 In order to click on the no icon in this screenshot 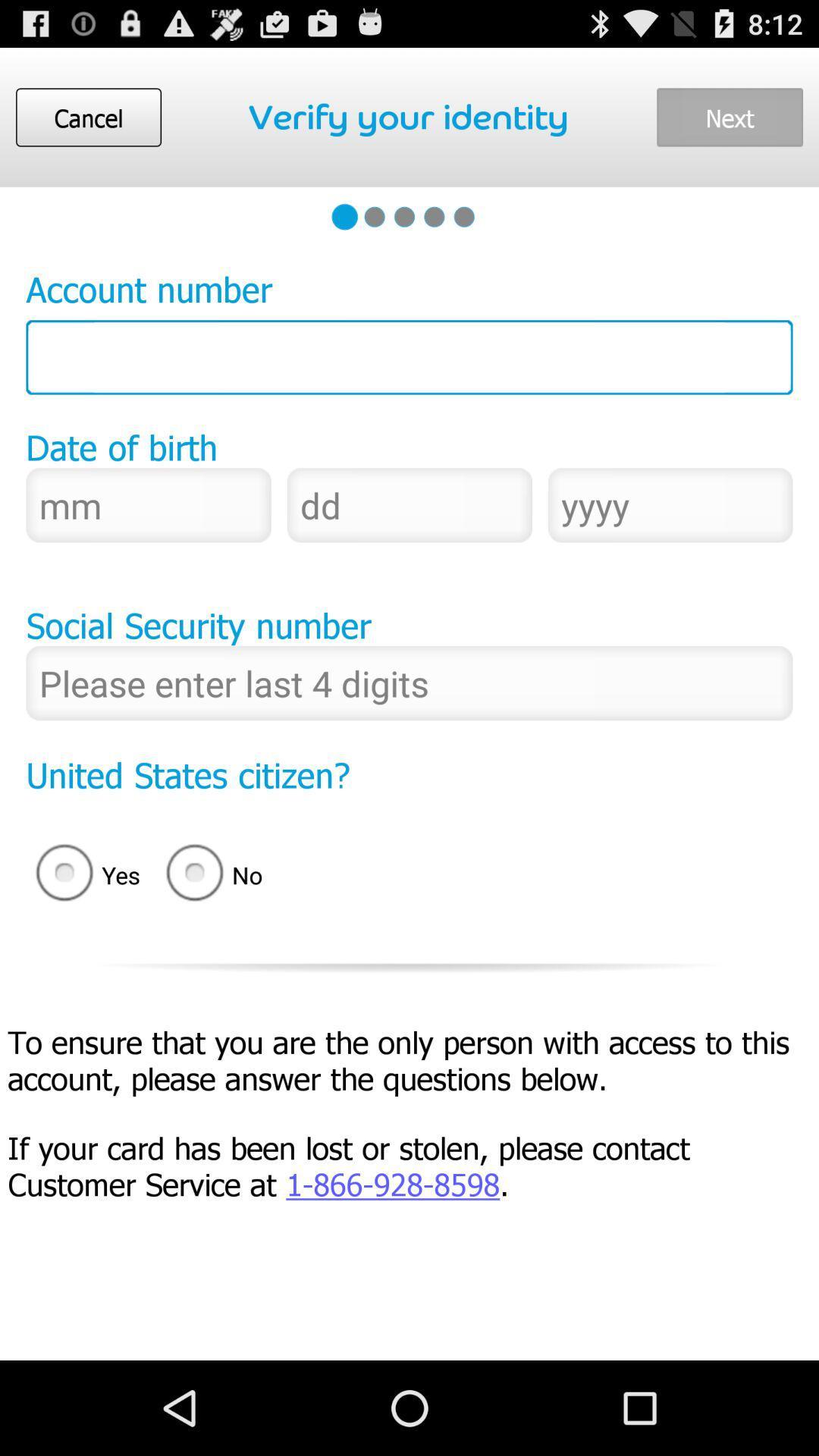, I will do `click(219, 875)`.